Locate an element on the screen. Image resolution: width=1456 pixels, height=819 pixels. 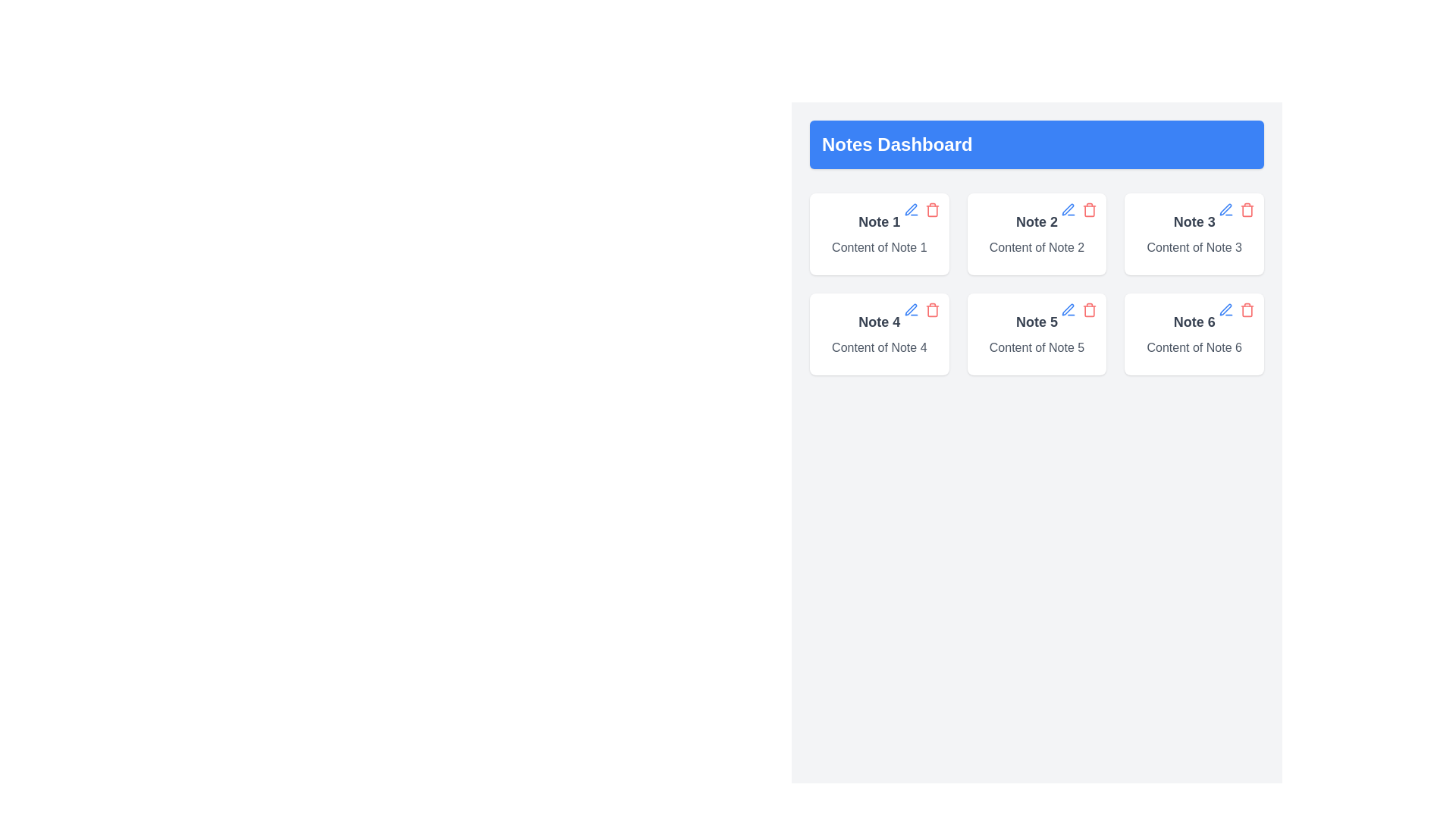
the text element displaying 'Content of Note 4', which is styled in muted gray and located beneath the bold title 'Note 4' within a card in the grid layout is located at coordinates (879, 348).